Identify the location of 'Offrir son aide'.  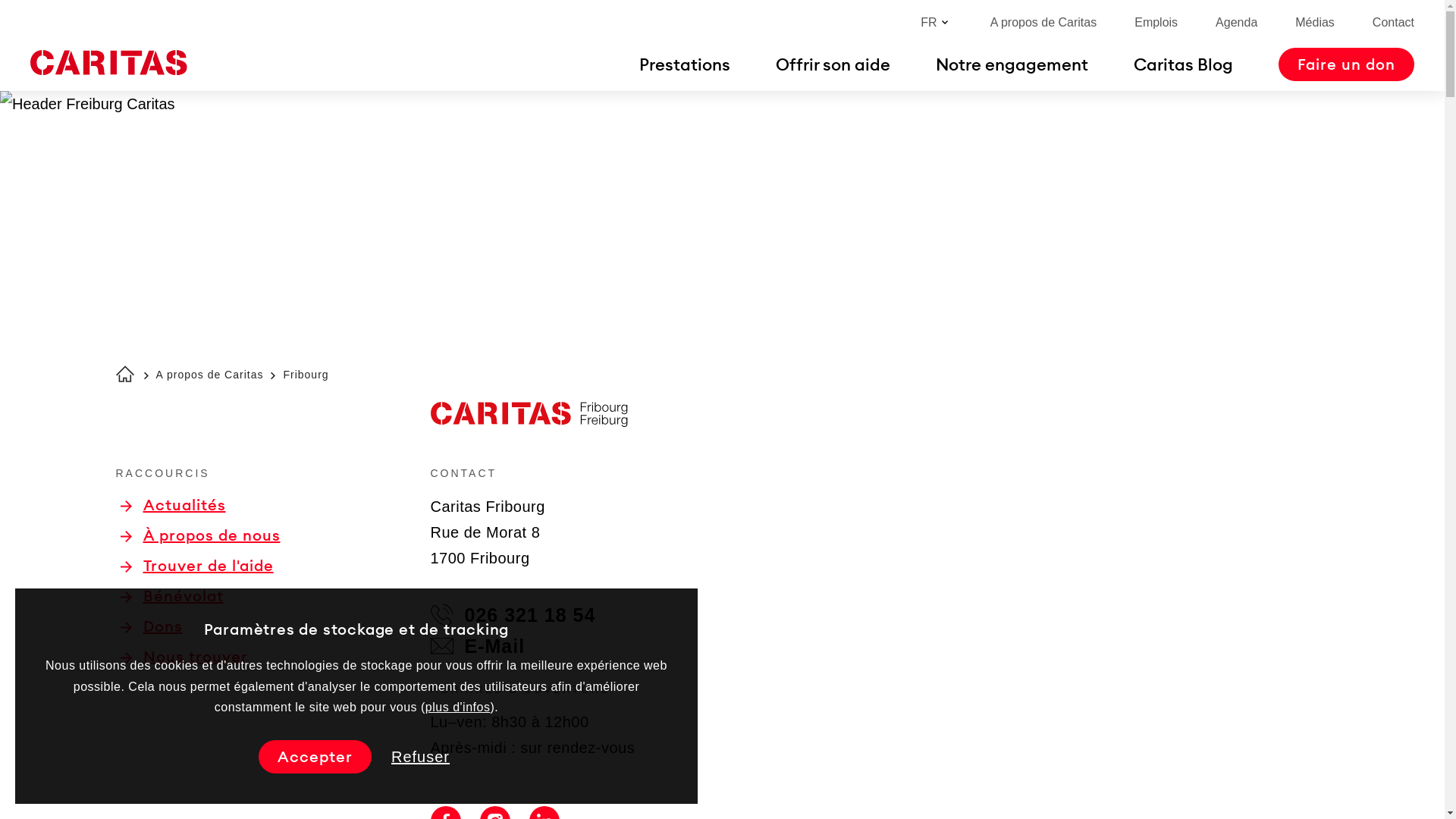
(832, 63).